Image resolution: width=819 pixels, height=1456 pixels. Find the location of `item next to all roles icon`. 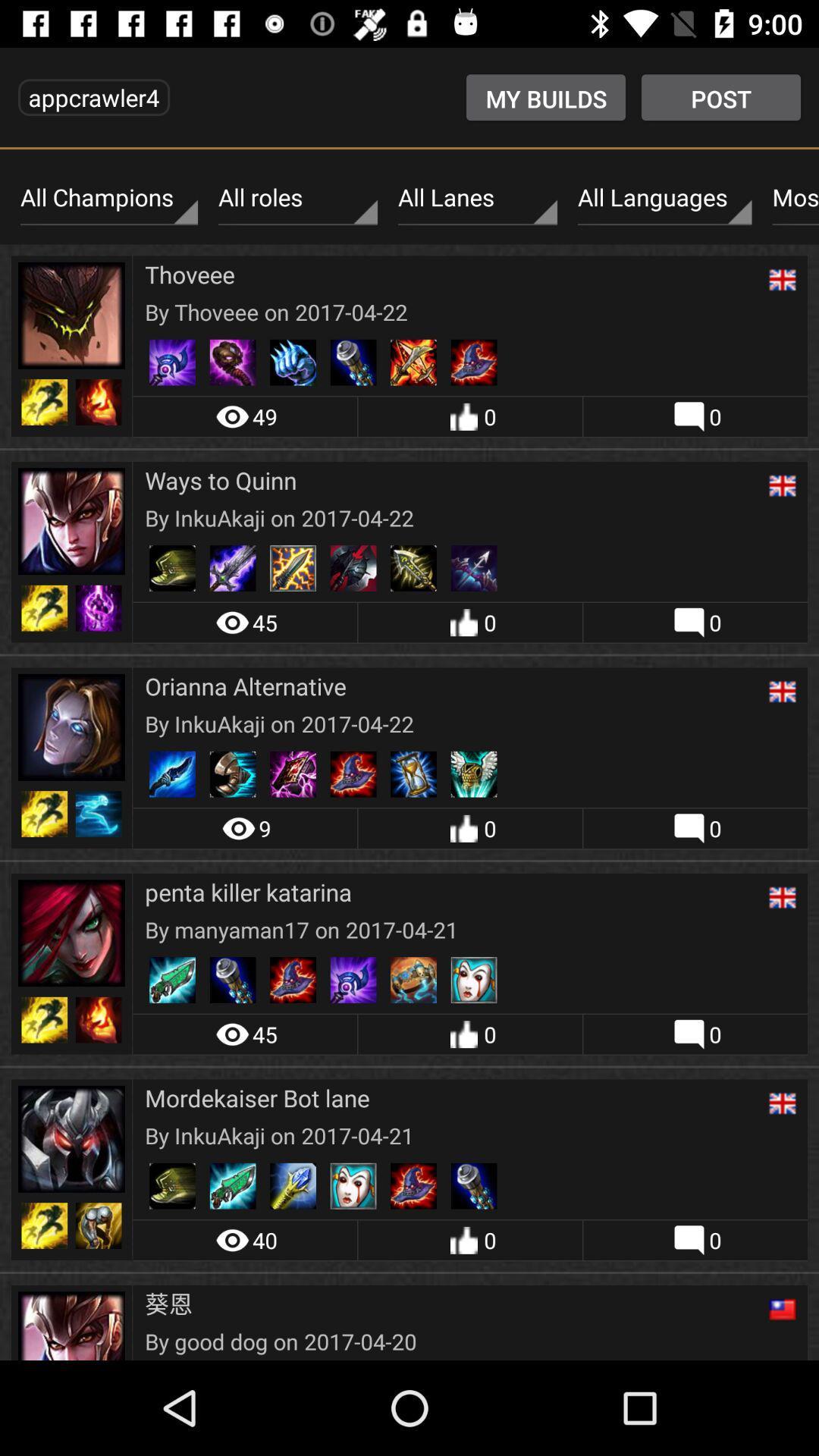

item next to all roles icon is located at coordinates (108, 197).